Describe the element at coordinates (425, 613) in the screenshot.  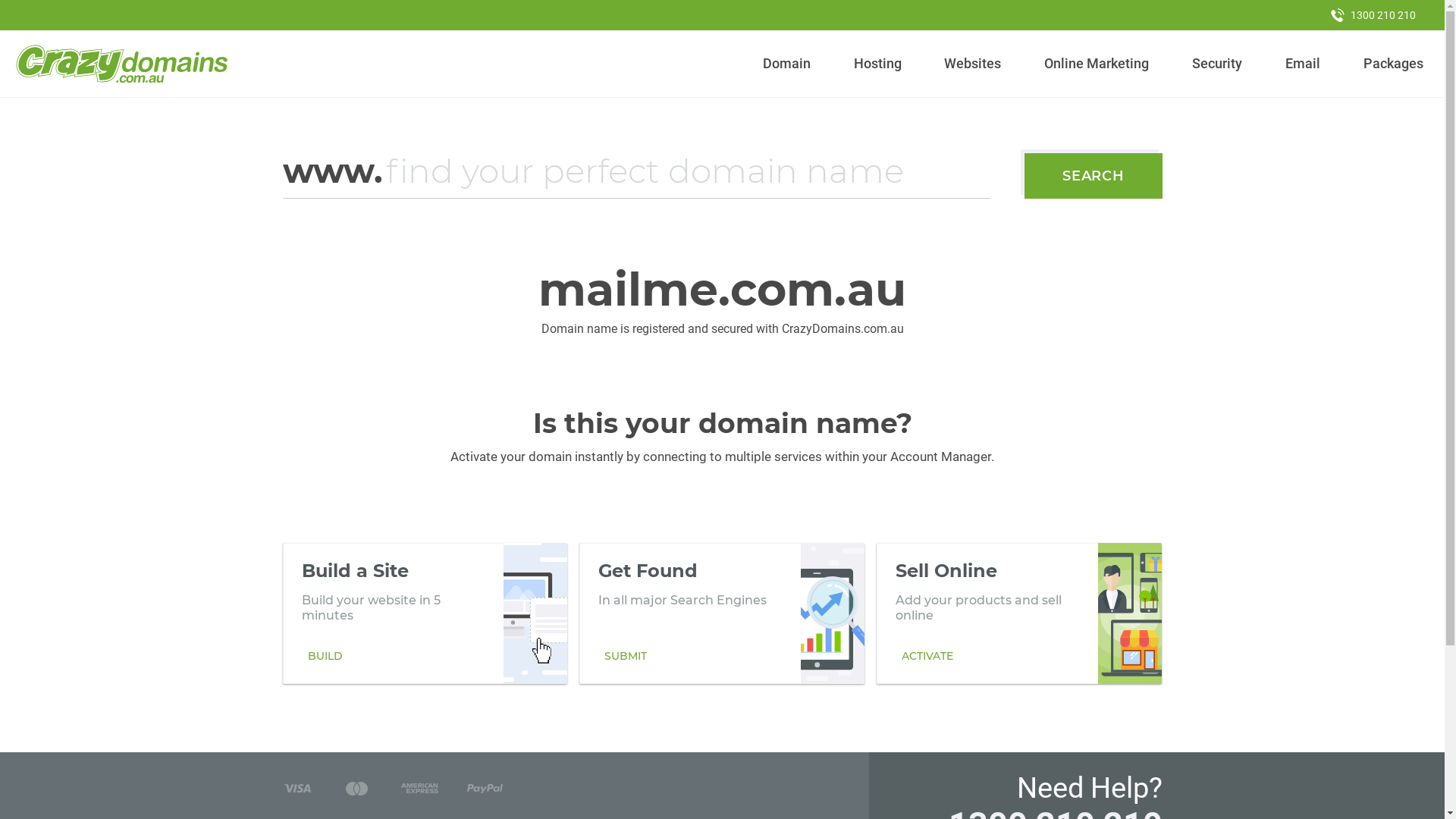
I see `'Build a Site` at that location.